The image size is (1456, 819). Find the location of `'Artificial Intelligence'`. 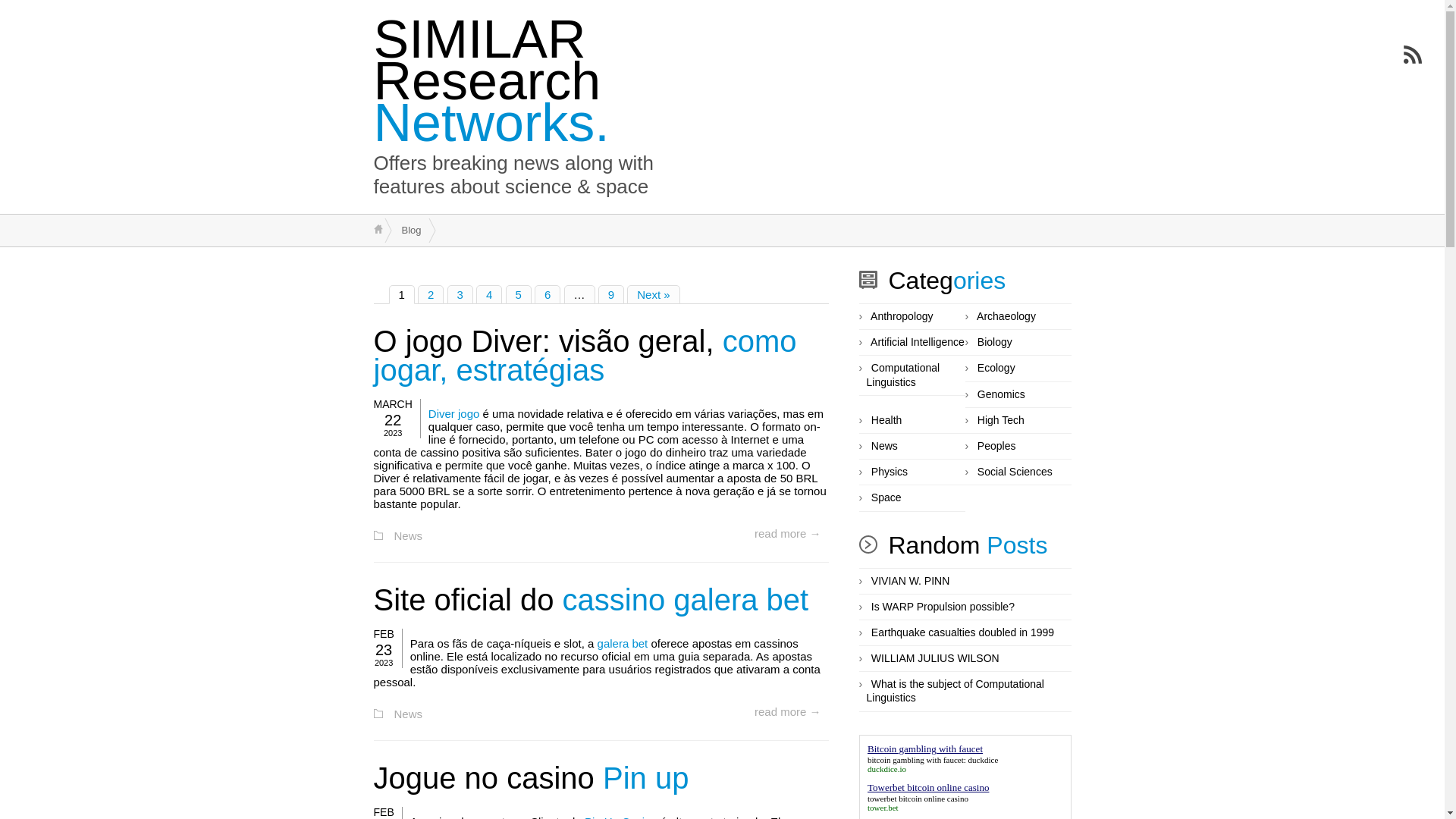

'Artificial Intelligence' is located at coordinates (870, 342).